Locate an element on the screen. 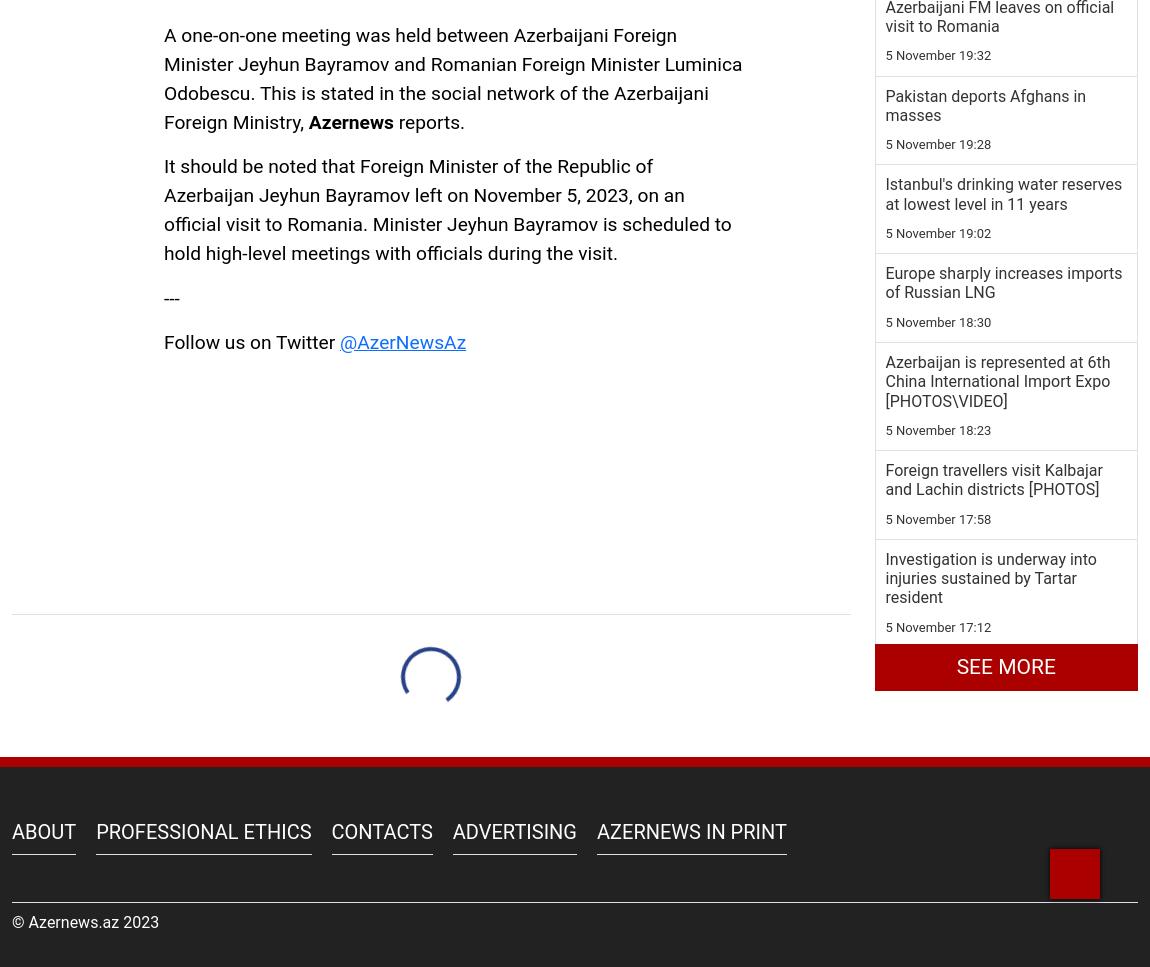  '5 November 11:53' is located at coordinates (885, 174).